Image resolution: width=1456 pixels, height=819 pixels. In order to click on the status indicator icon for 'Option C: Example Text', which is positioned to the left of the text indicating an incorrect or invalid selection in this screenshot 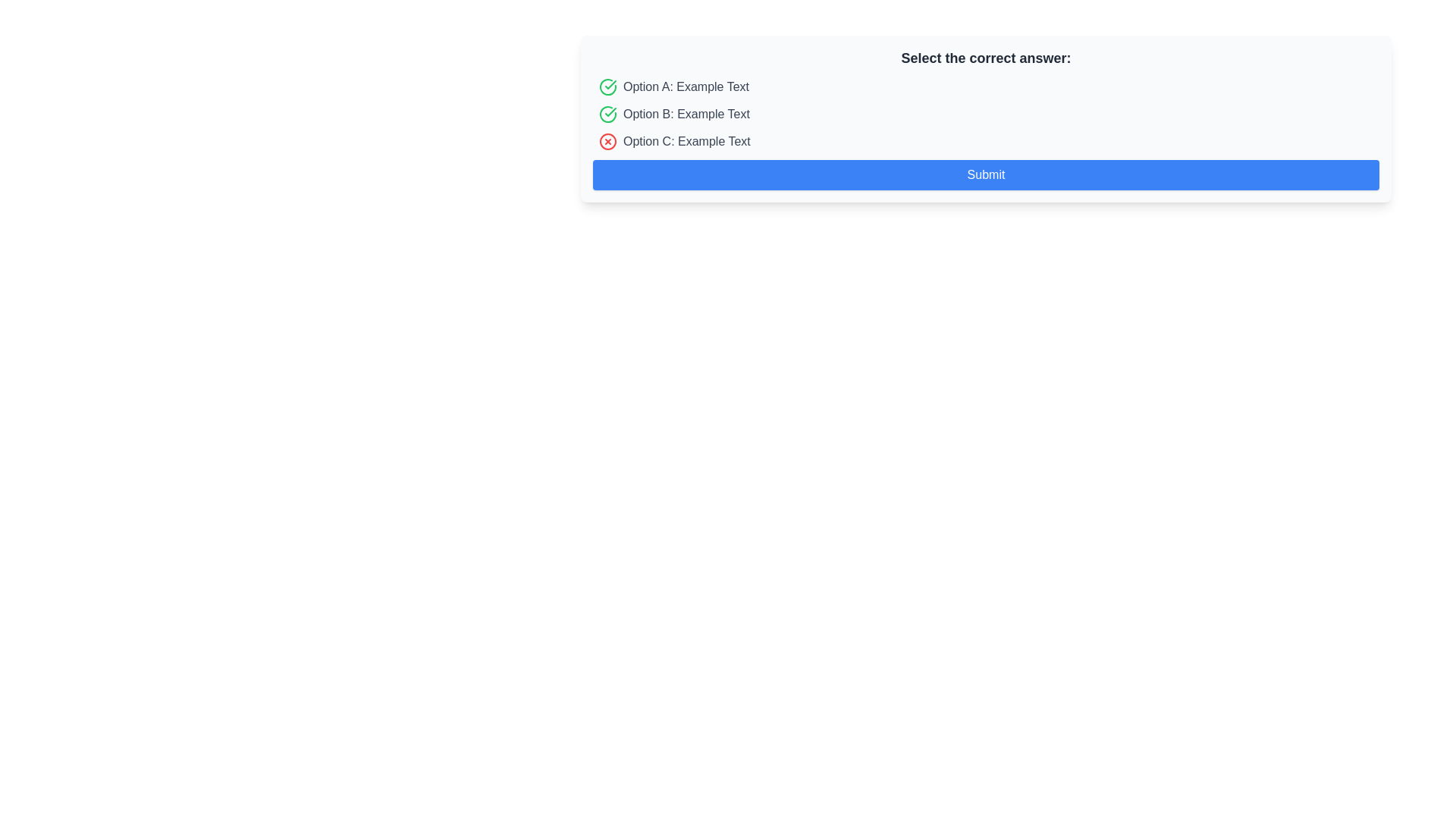, I will do `click(607, 141)`.